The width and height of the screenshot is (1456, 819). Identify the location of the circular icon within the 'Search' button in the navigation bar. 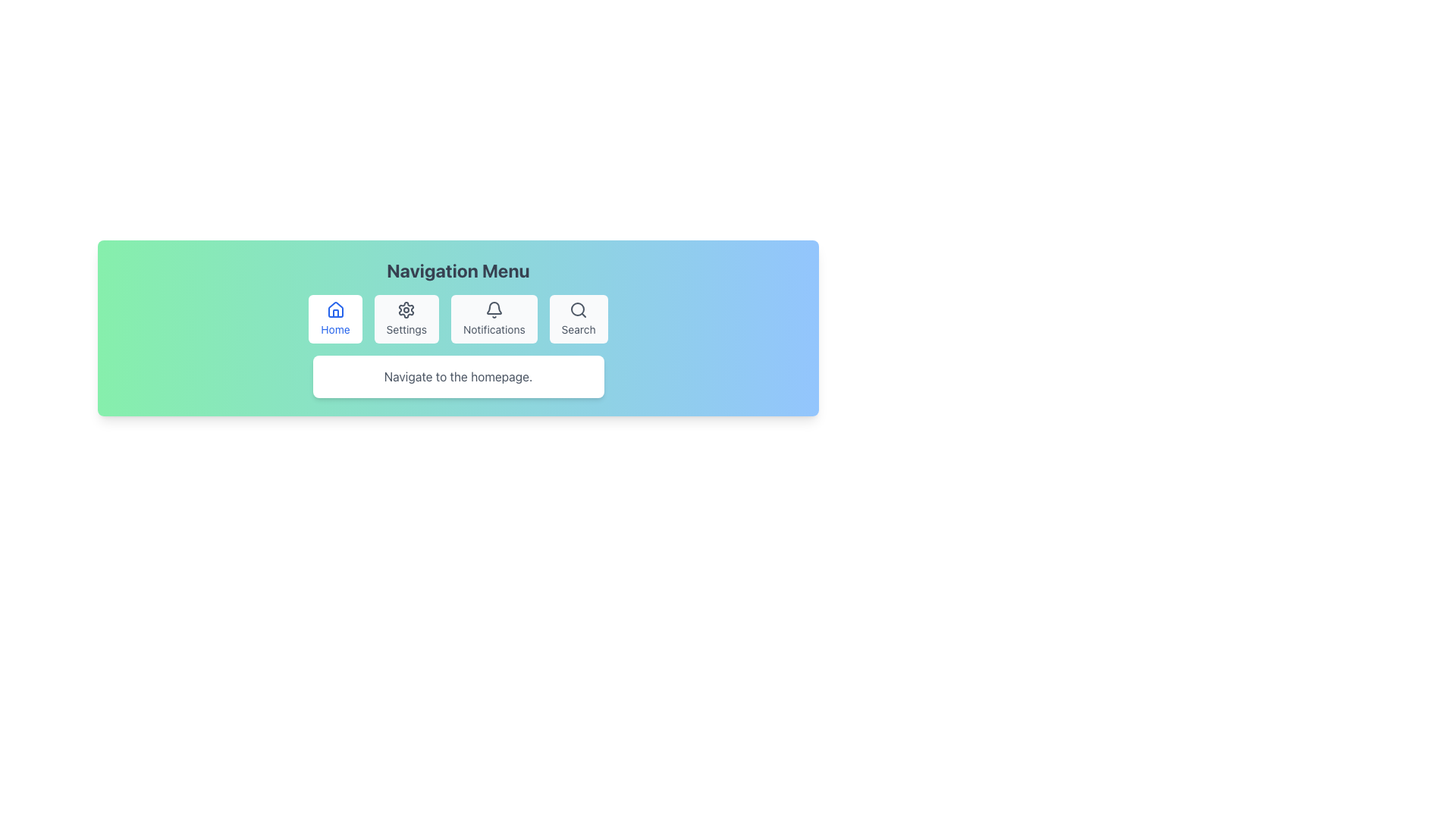
(577, 309).